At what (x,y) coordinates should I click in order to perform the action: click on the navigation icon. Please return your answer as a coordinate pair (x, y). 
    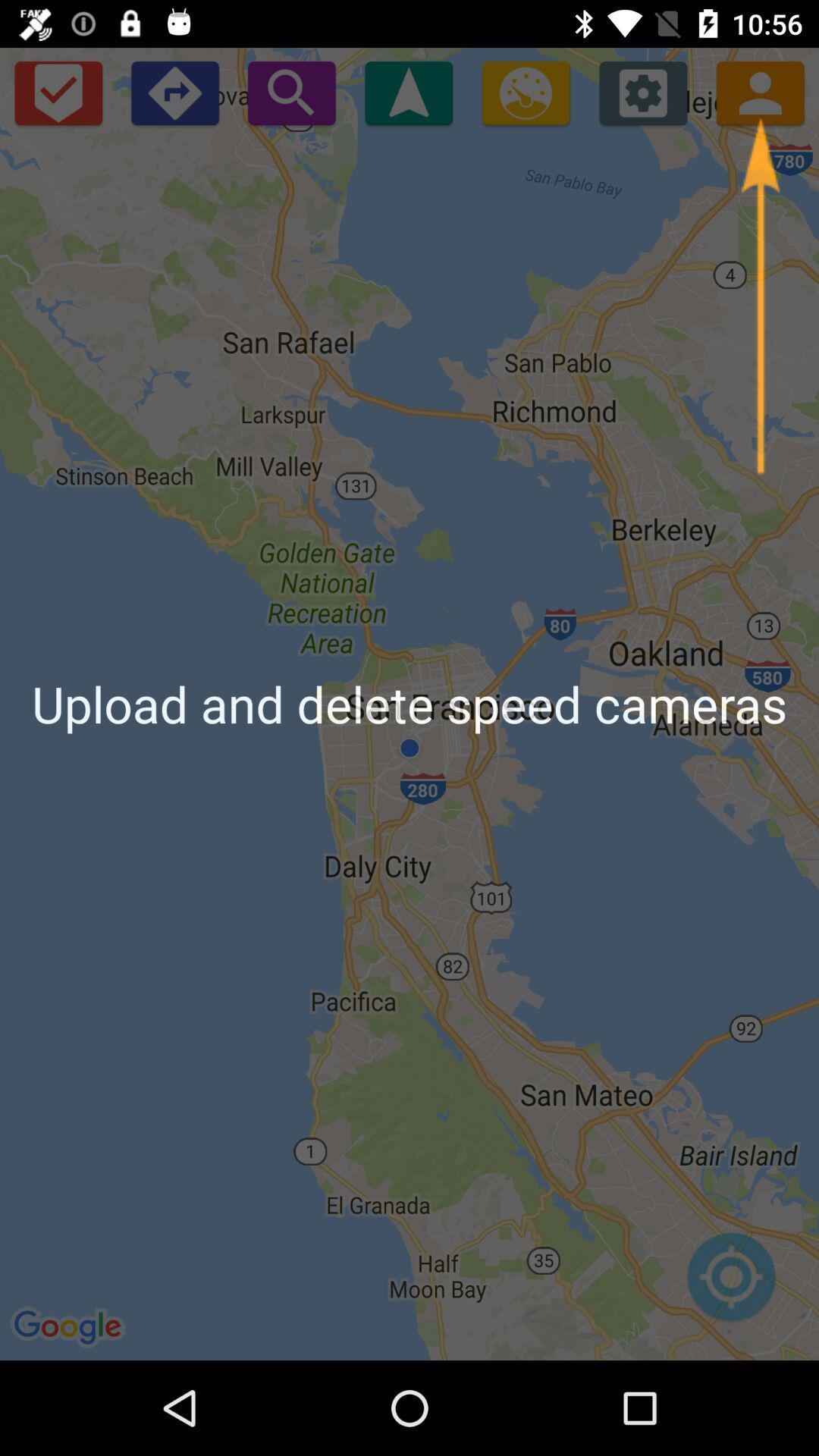
    Looking at the image, I should click on (408, 92).